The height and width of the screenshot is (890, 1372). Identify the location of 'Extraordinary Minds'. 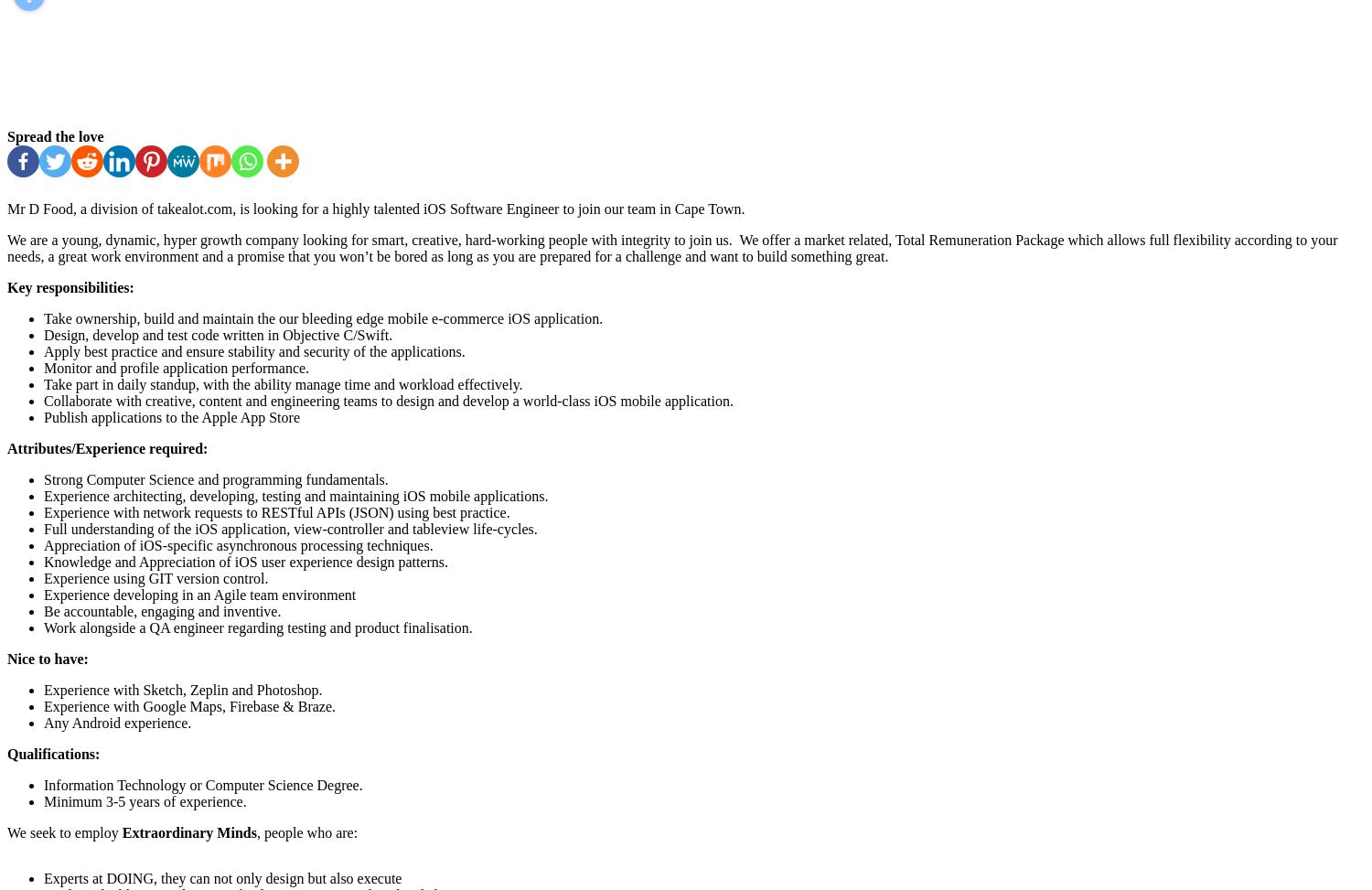
(186, 831).